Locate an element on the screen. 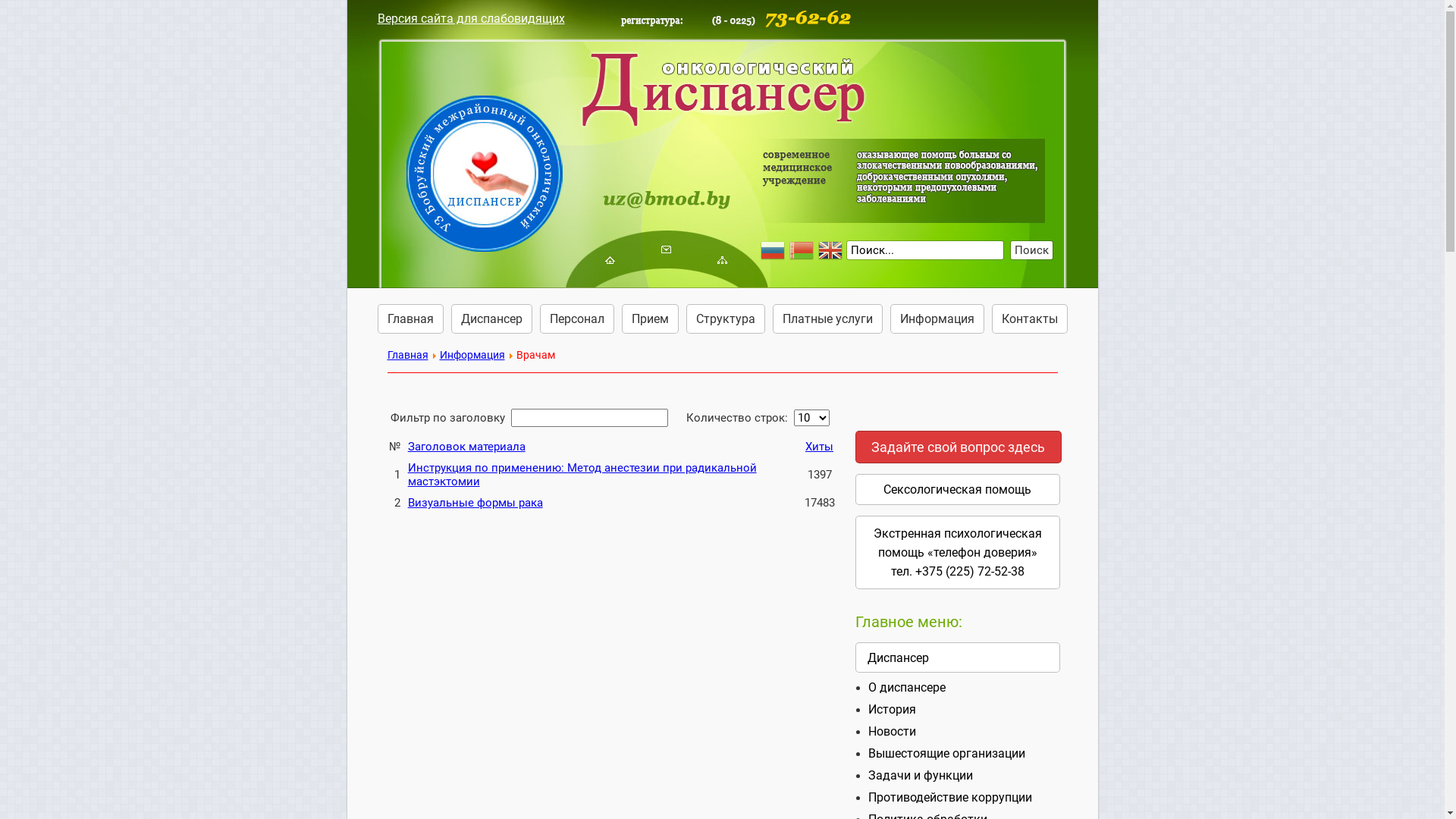  'Russian' is located at coordinates (774, 249).